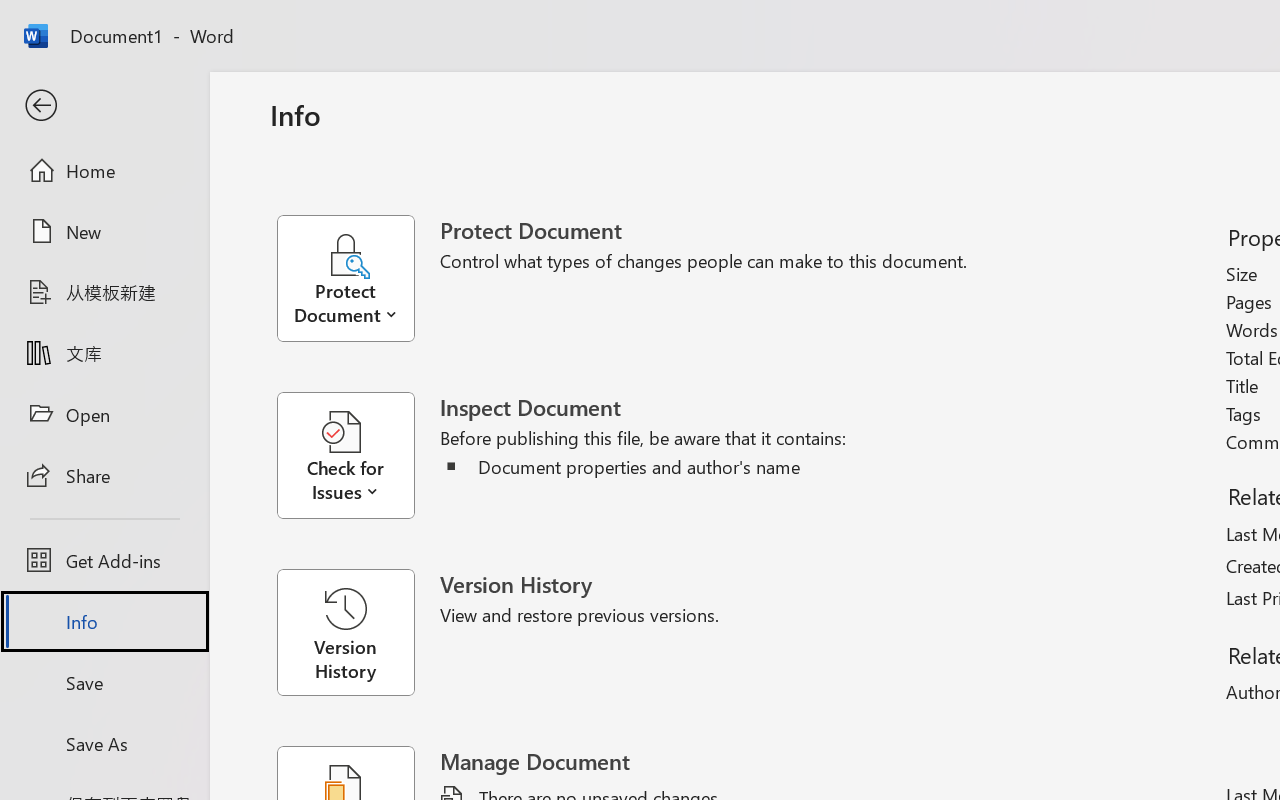 This screenshot has height=800, width=1280. Describe the element at coordinates (103, 560) in the screenshot. I see `'Get Add-ins'` at that location.